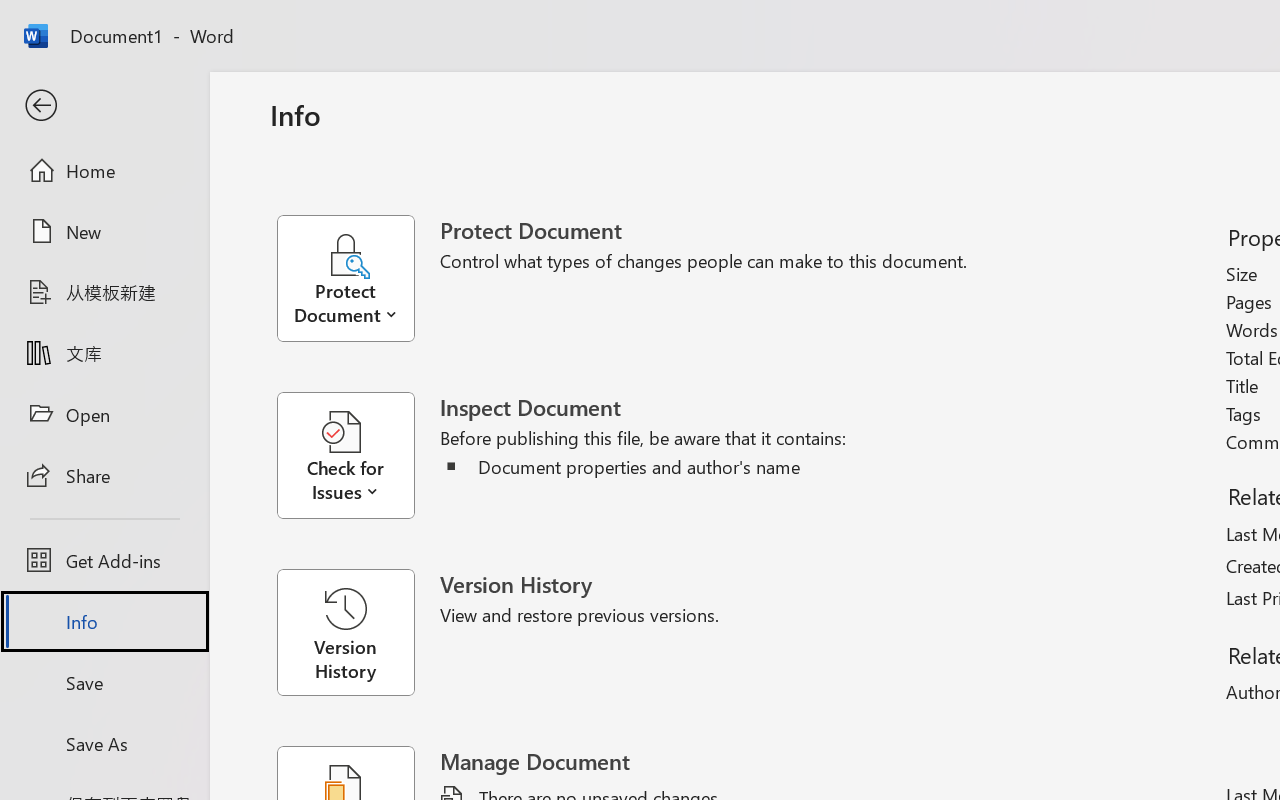 This screenshot has height=800, width=1280. Describe the element at coordinates (103, 560) in the screenshot. I see `'Get Add-ins'` at that location.